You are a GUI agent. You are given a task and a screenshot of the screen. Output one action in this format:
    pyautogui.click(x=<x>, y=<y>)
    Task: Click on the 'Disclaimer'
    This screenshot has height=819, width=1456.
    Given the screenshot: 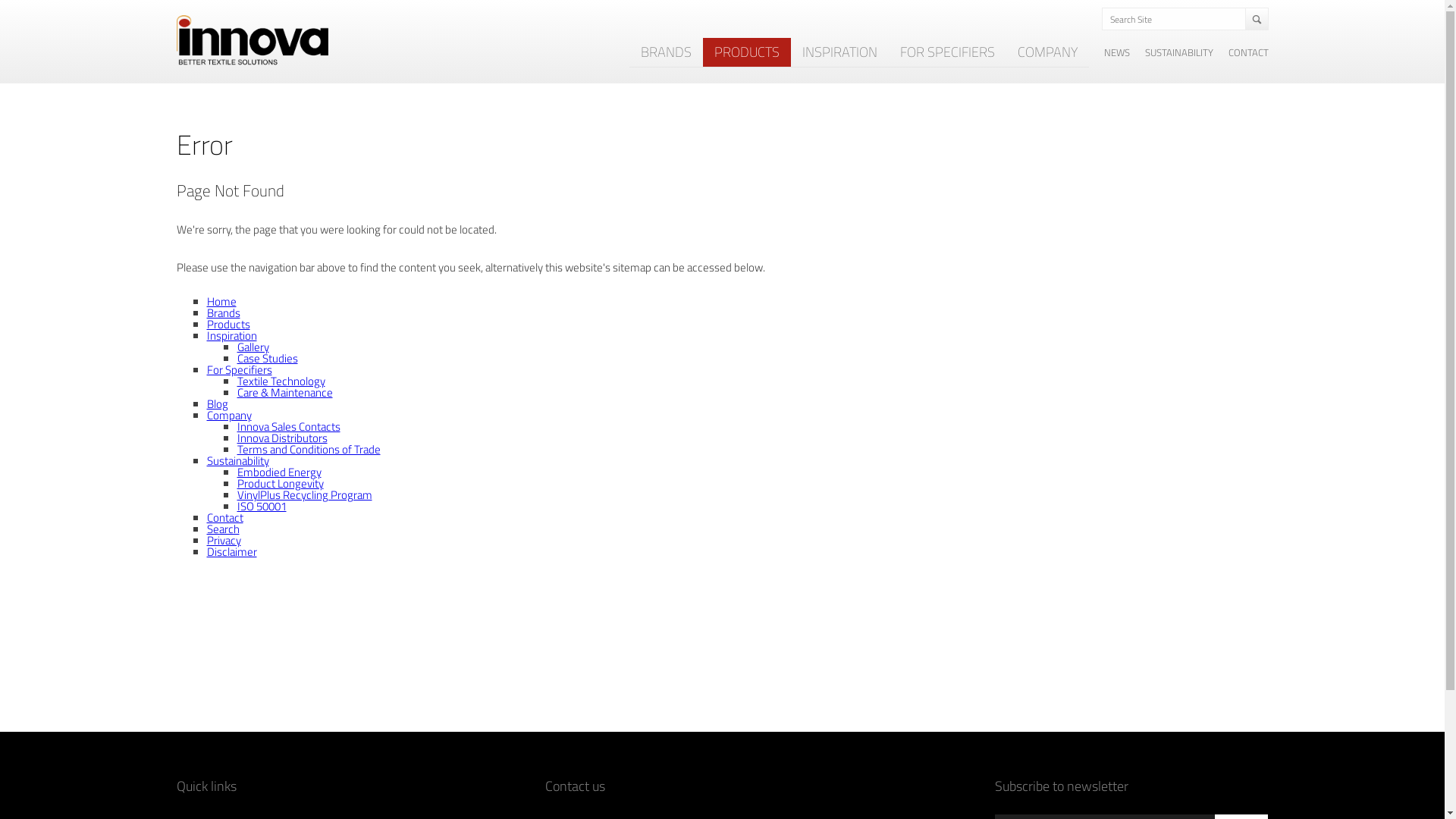 What is the action you would take?
    pyautogui.click(x=231, y=551)
    